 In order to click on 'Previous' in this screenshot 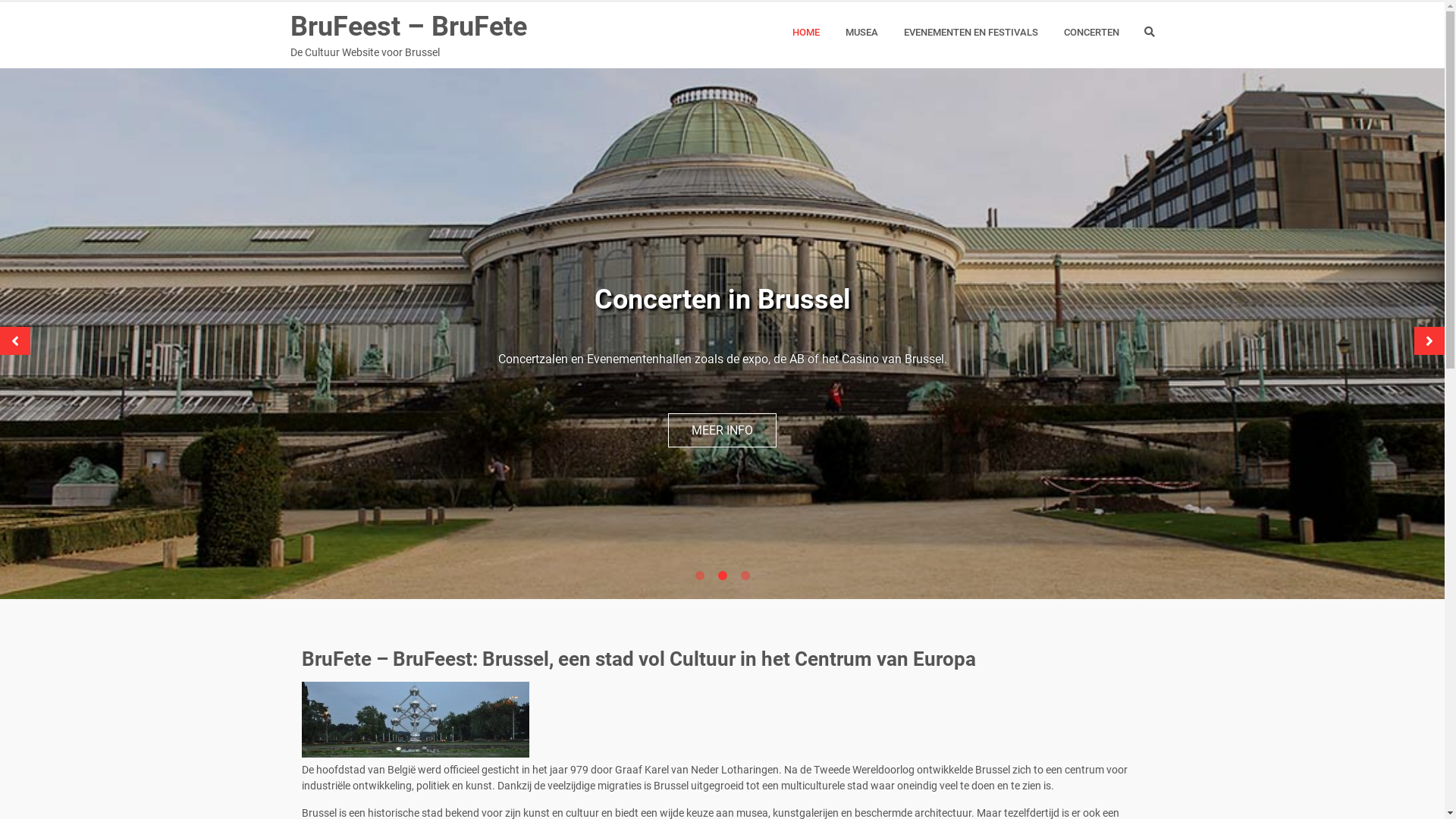, I will do `click(14, 341)`.